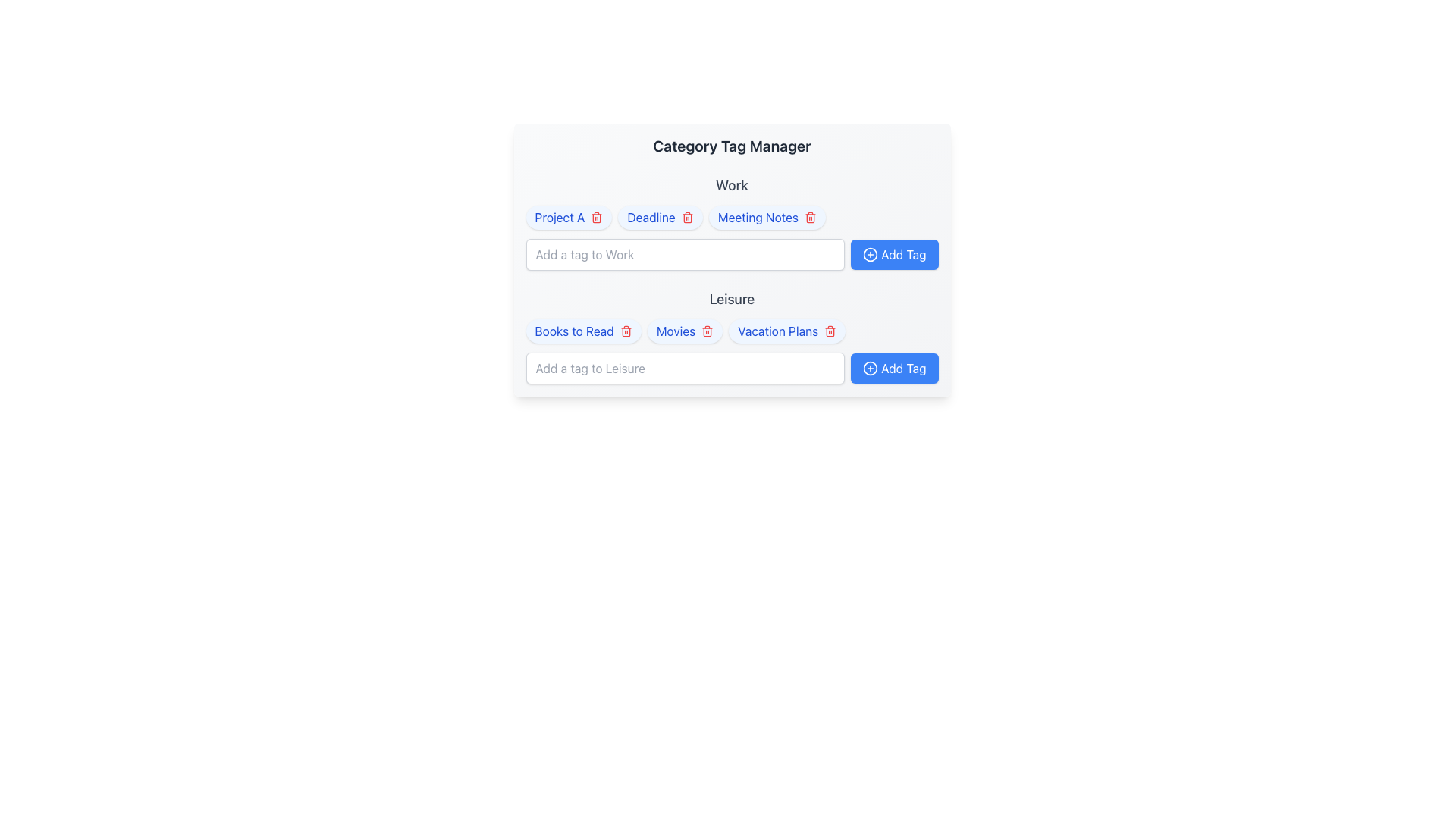 The image size is (1456, 819). I want to click on the Decorative SVG component that is part of the 'Add Tag' icon button for the 'Work' category, which forms the outer boundary of the design, so click(871, 253).